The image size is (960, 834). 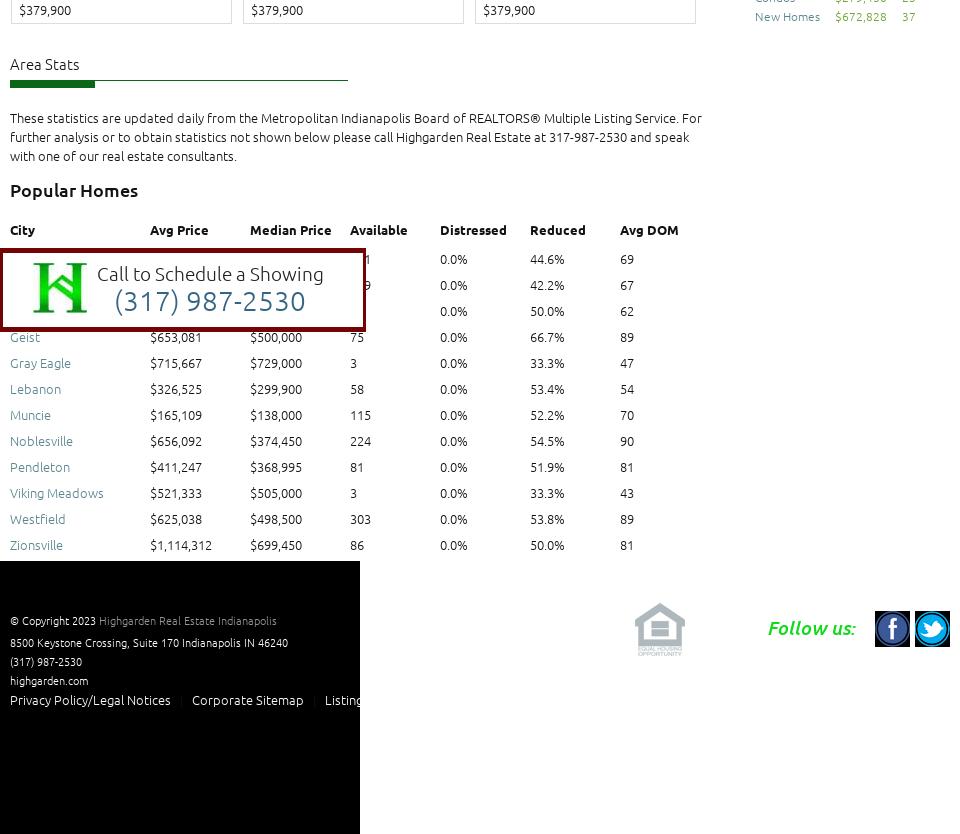 What do you see at coordinates (289, 228) in the screenshot?
I see `'Median Price'` at bounding box center [289, 228].